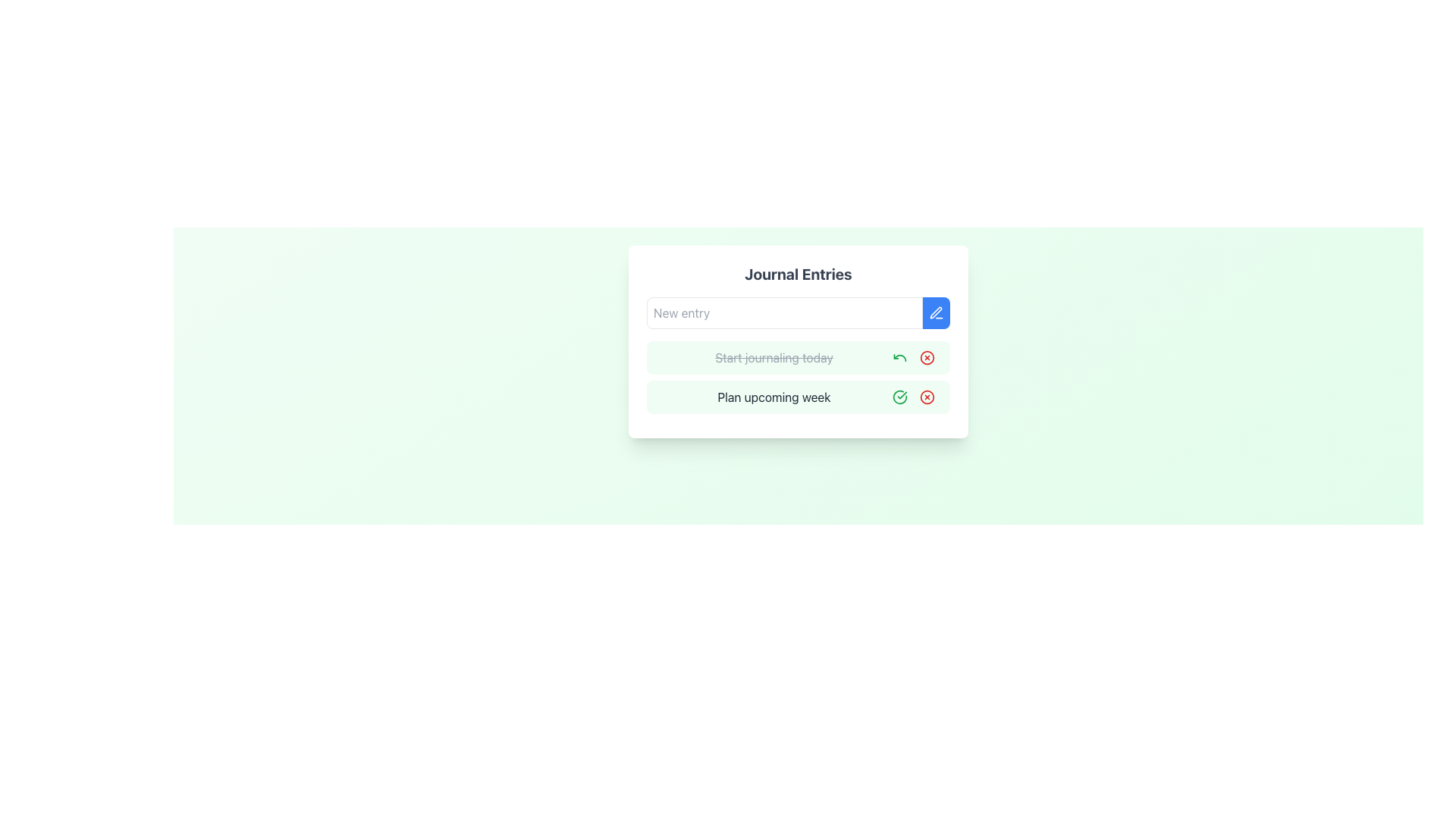 Image resolution: width=1456 pixels, height=819 pixels. I want to click on the button that contains the icon for editing or creating a new journal entry, located in the 'New entry' row of the 'Journal Entries' card, so click(935, 312).